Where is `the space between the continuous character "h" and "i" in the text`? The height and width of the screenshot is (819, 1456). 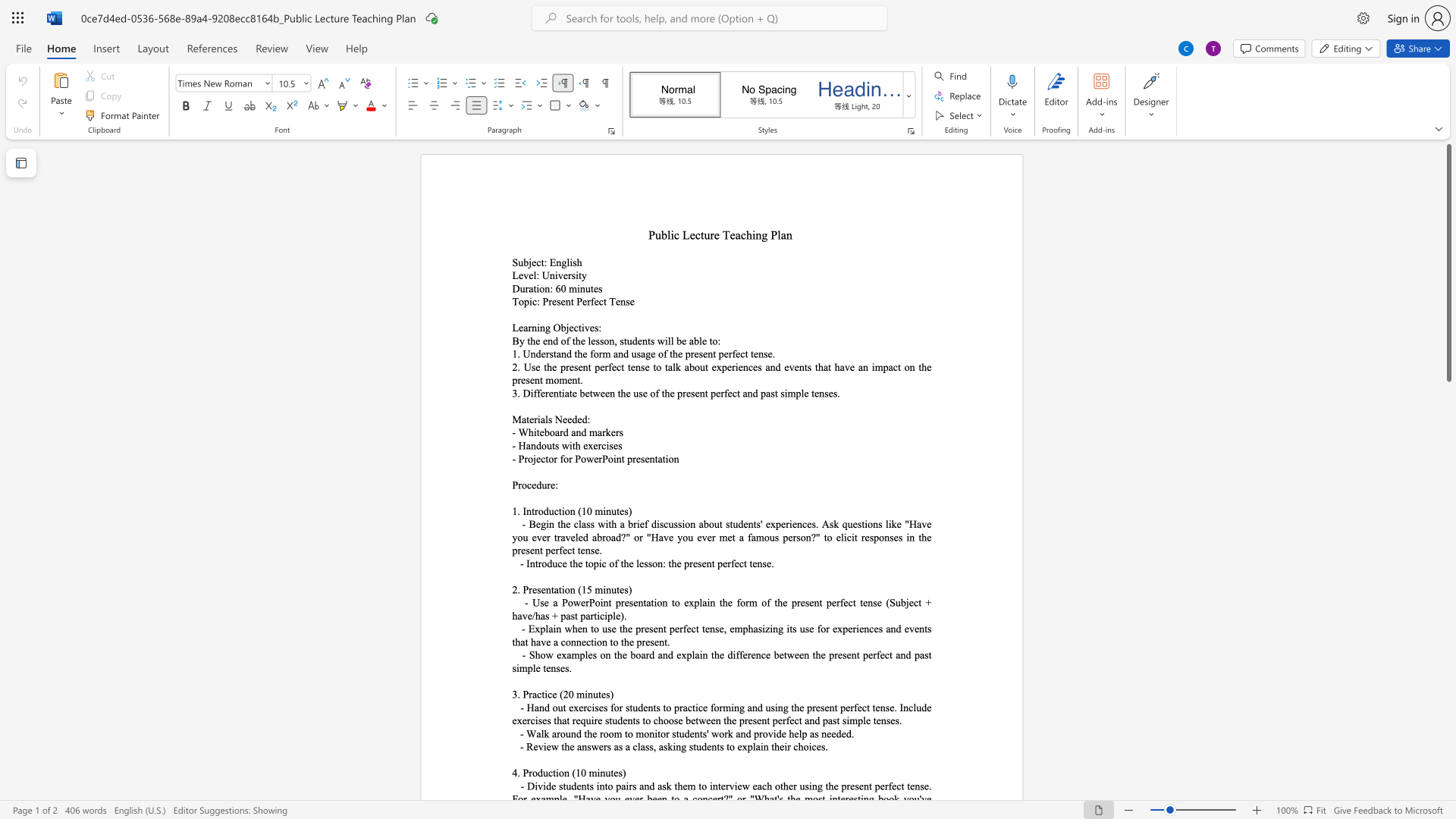 the space between the continuous character "h" and "i" in the text is located at coordinates (533, 432).